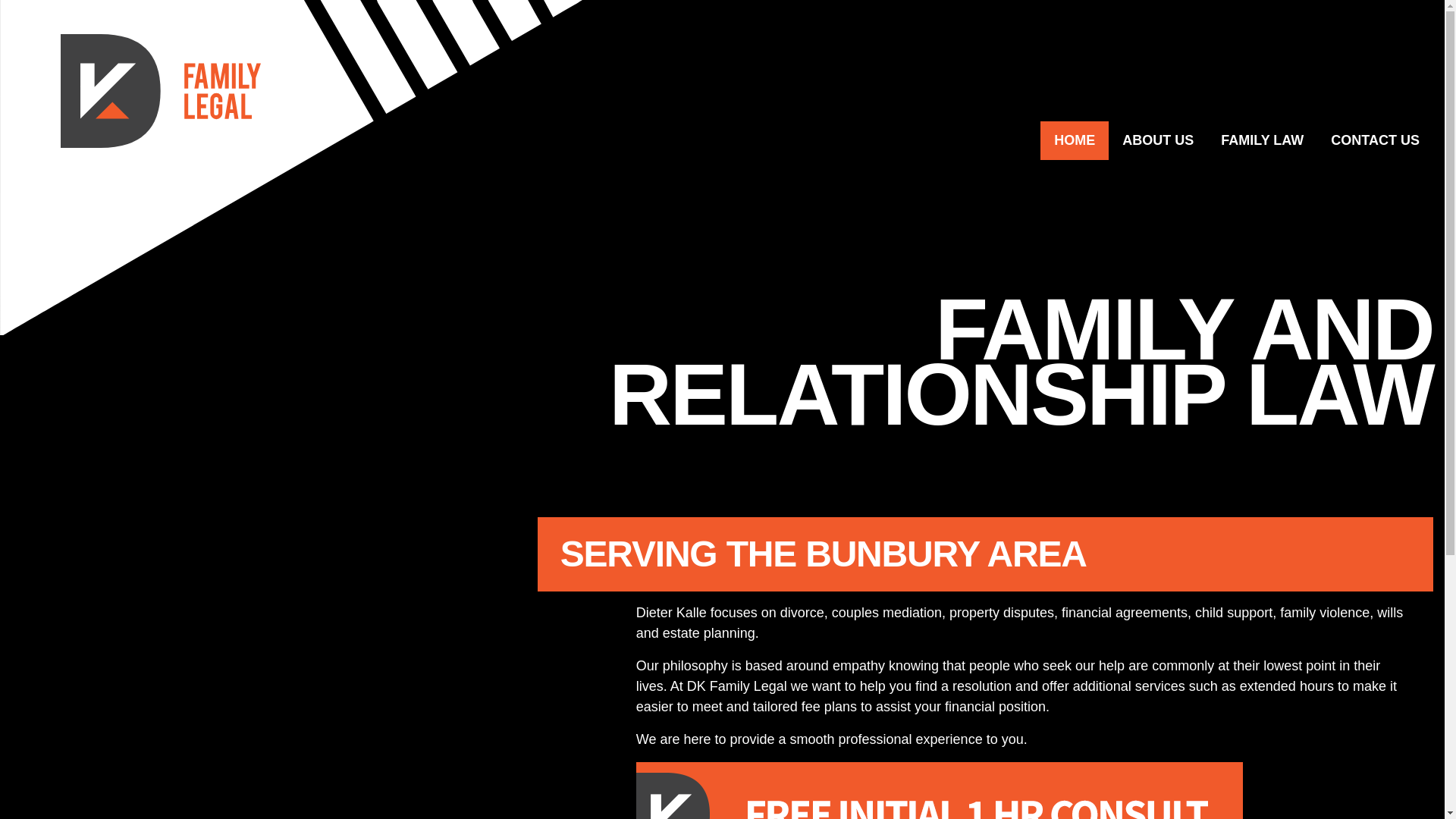  I want to click on 'ABOUT US', so click(1156, 140).